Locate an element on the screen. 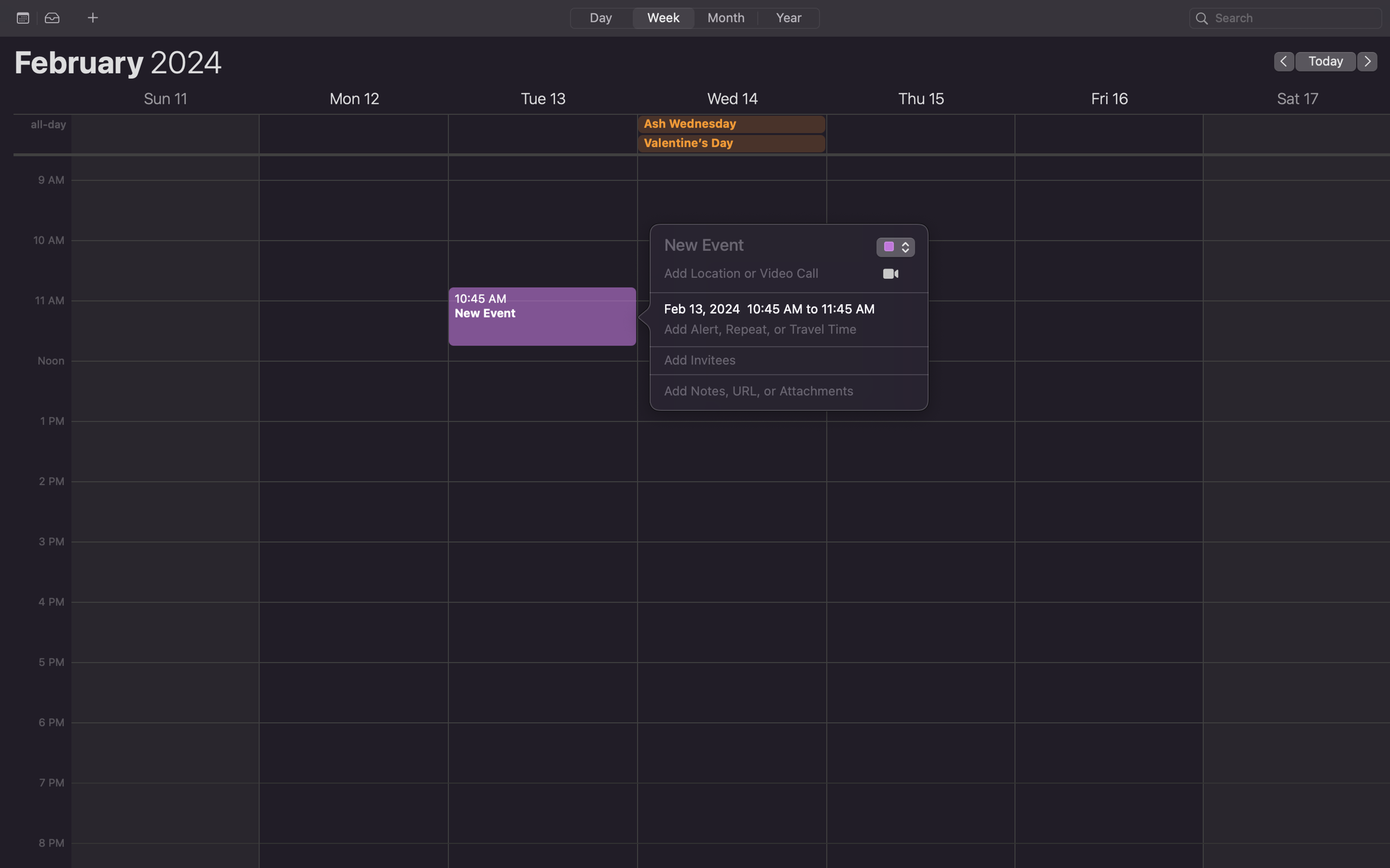 The height and width of the screenshot is (868, 1390). Insert the notice "Please bring your laptops for the presentation" is located at coordinates (776, 392).